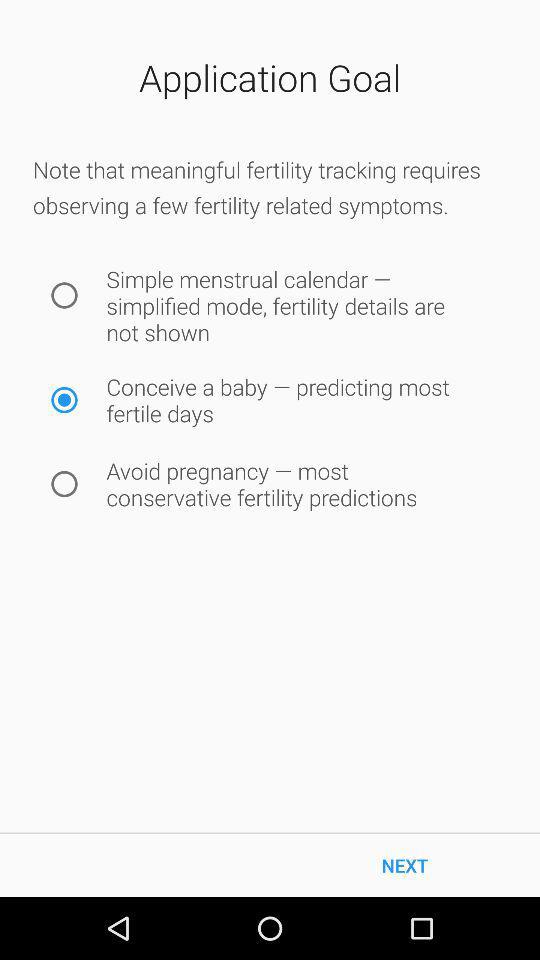 The width and height of the screenshot is (540, 960). What do you see at coordinates (64, 399) in the screenshot?
I see `icon to the left of the conceive a baby icon` at bounding box center [64, 399].